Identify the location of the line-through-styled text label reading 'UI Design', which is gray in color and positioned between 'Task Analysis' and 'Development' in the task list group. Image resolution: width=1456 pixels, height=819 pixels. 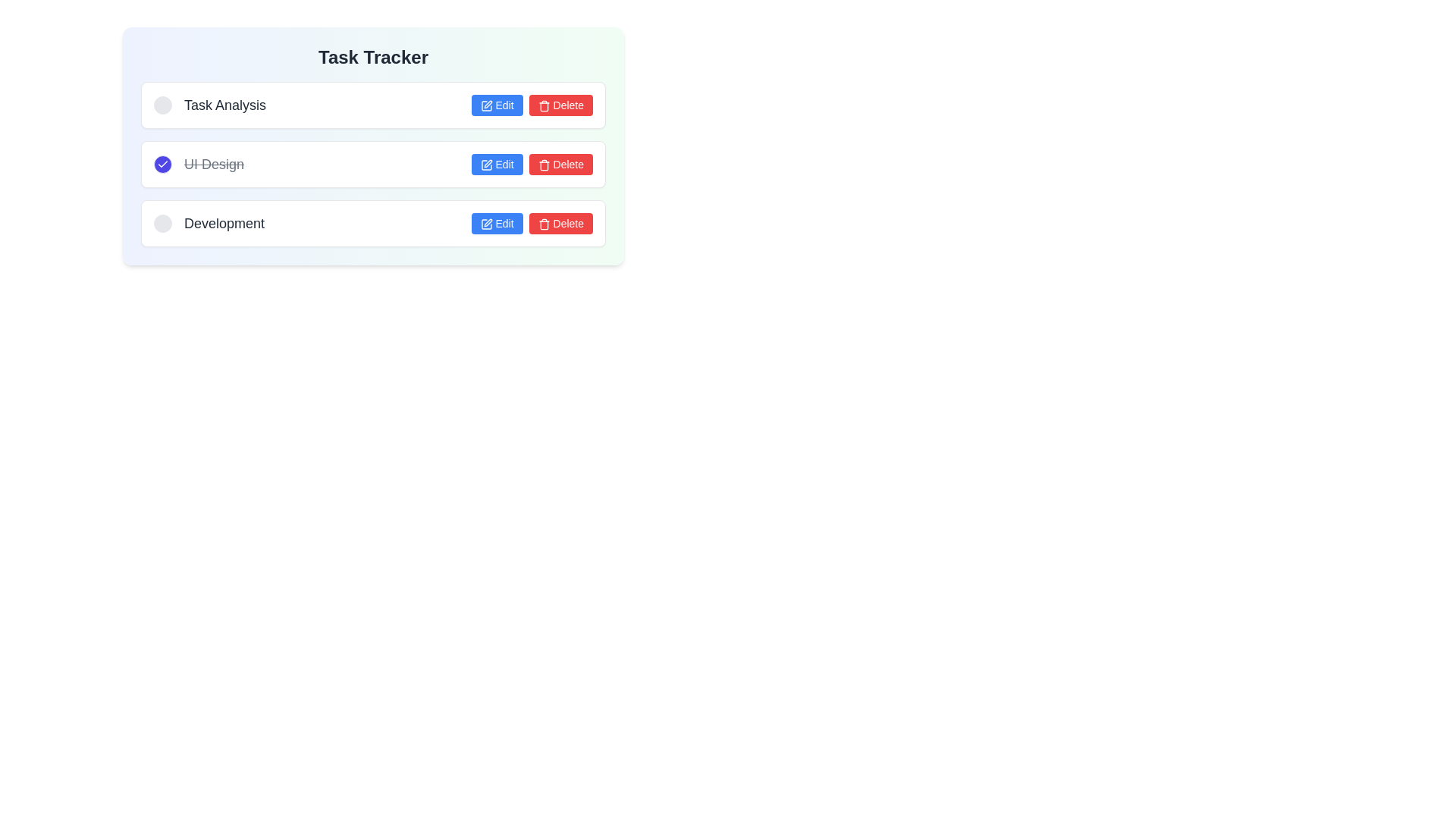
(198, 164).